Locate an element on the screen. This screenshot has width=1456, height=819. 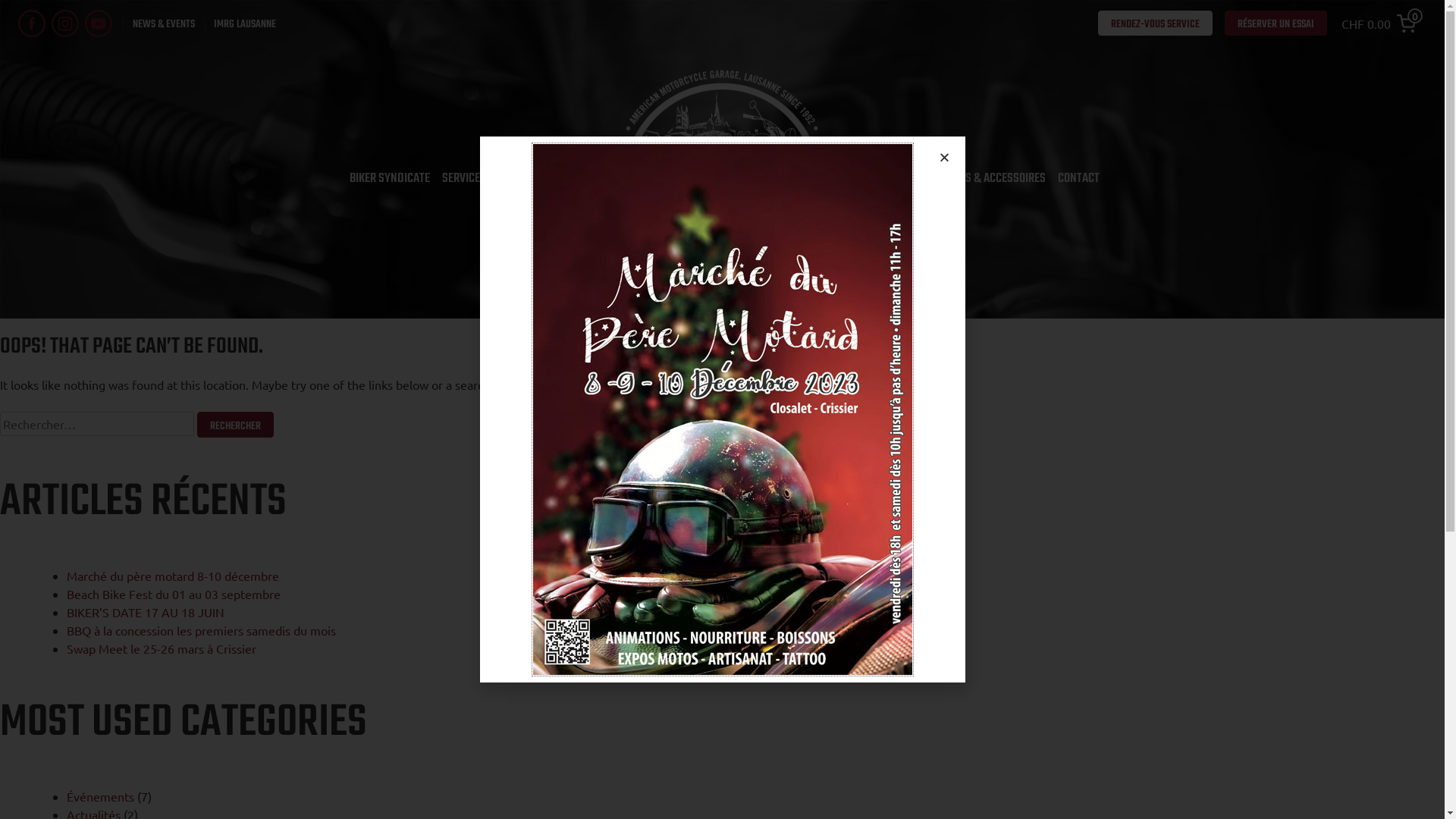
'CHF 0.00 is located at coordinates (1382, 23).